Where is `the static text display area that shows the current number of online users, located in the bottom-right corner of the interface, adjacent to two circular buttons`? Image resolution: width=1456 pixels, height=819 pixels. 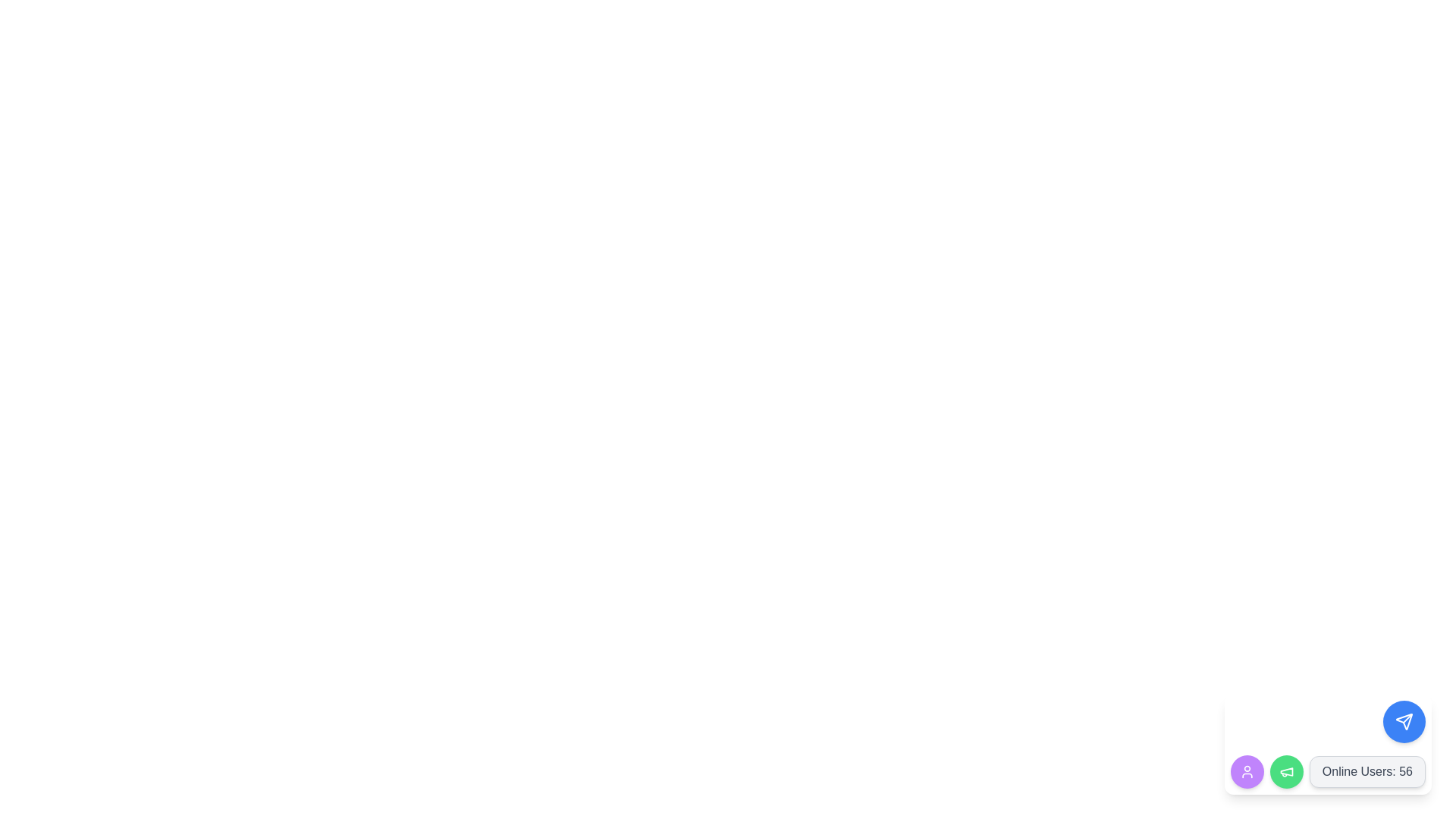
the static text display area that shows the current number of online users, located in the bottom-right corner of the interface, adjacent to two circular buttons is located at coordinates (1327, 772).